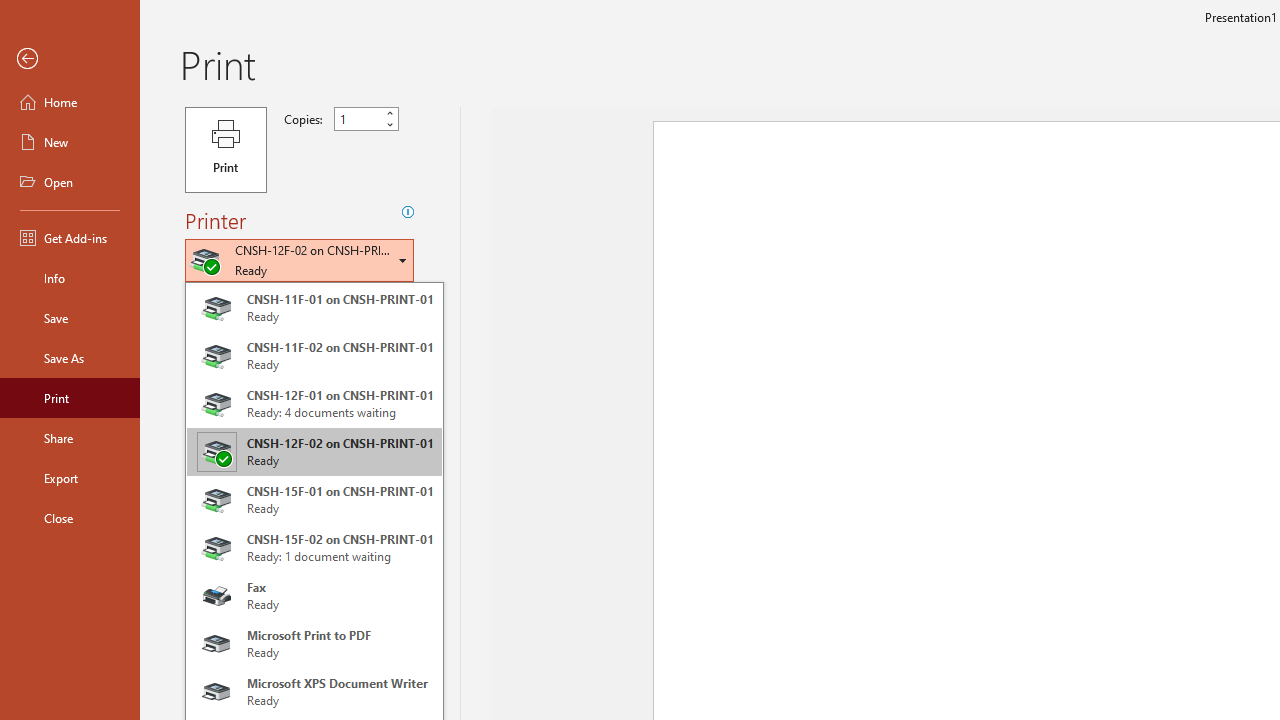 The height and width of the screenshot is (720, 1280). What do you see at coordinates (69, 58) in the screenshot?
I see `'Back'` at bounding box center [69, 58].